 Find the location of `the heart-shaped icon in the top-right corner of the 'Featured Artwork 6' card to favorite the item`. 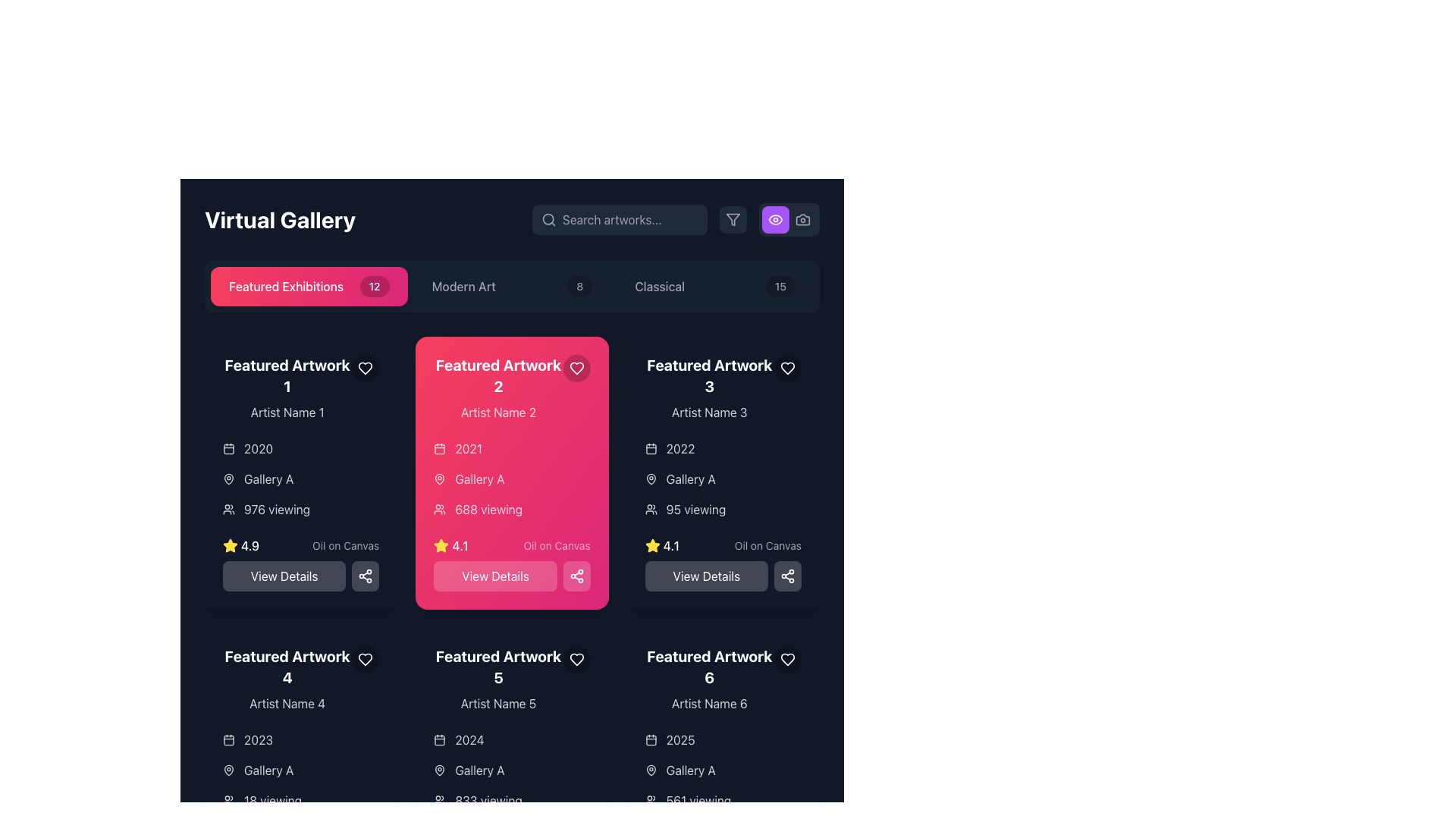

the heart-shaped icon in the top-right corner of the 'Featured Artwork 6' card to favorite the item is located at coordinates (786, 659).